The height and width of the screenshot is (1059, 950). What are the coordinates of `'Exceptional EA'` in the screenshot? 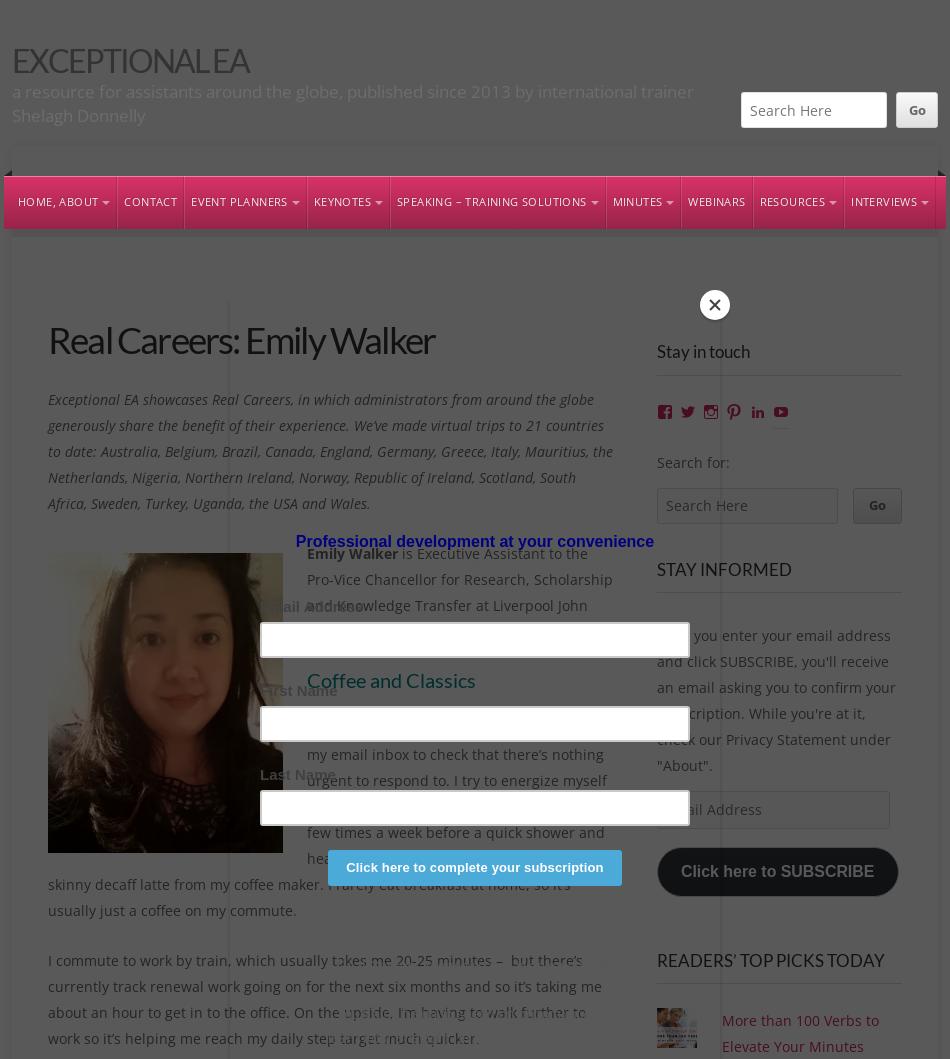 It's located at (11, 60).